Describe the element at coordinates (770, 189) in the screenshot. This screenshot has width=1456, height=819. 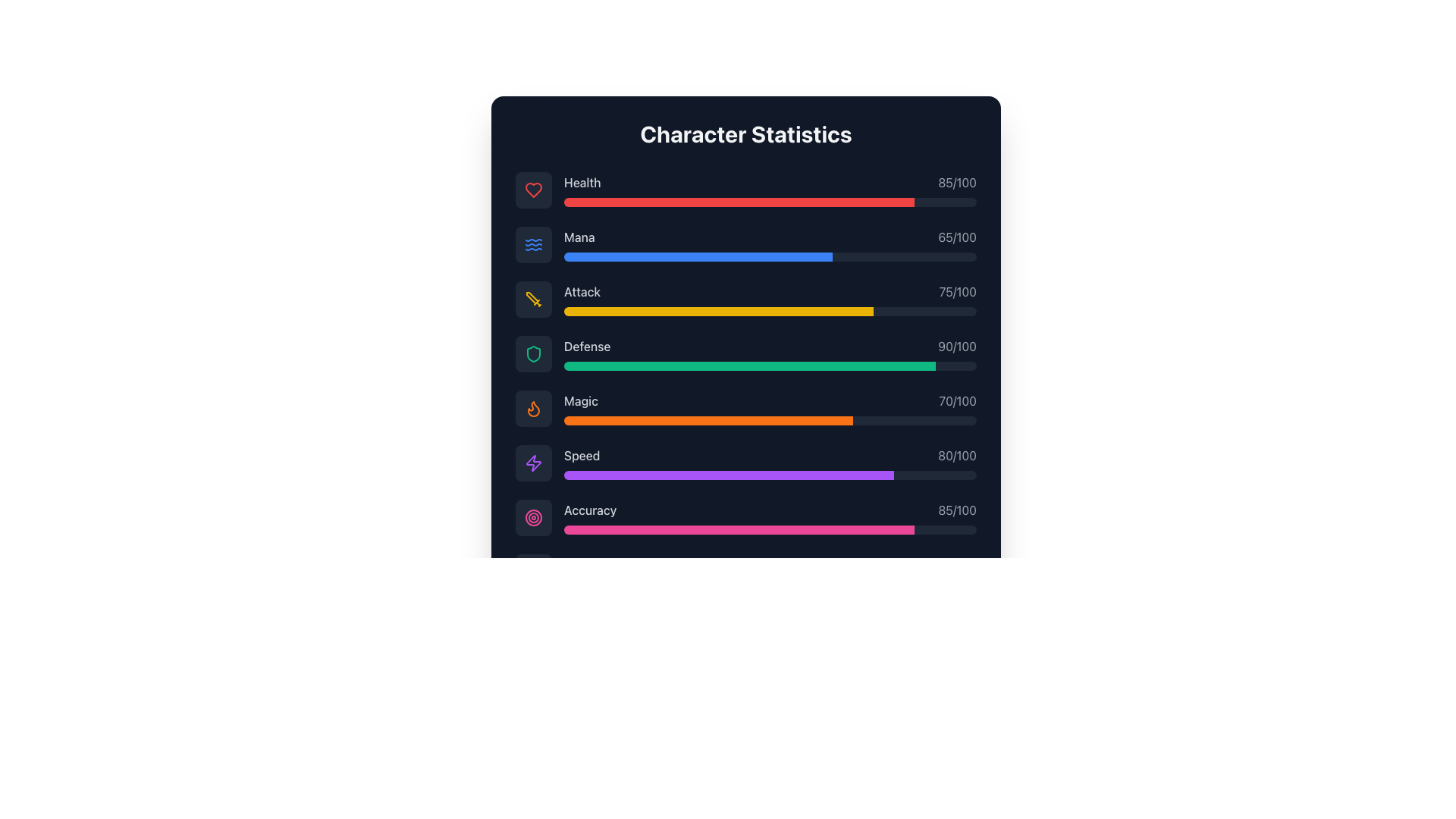
I see `the 'Health' progress bar element, which is located in the 'Character Statistics' interface, displaying 'Health' and '85/100' with a red-filled progress bar` at that location.